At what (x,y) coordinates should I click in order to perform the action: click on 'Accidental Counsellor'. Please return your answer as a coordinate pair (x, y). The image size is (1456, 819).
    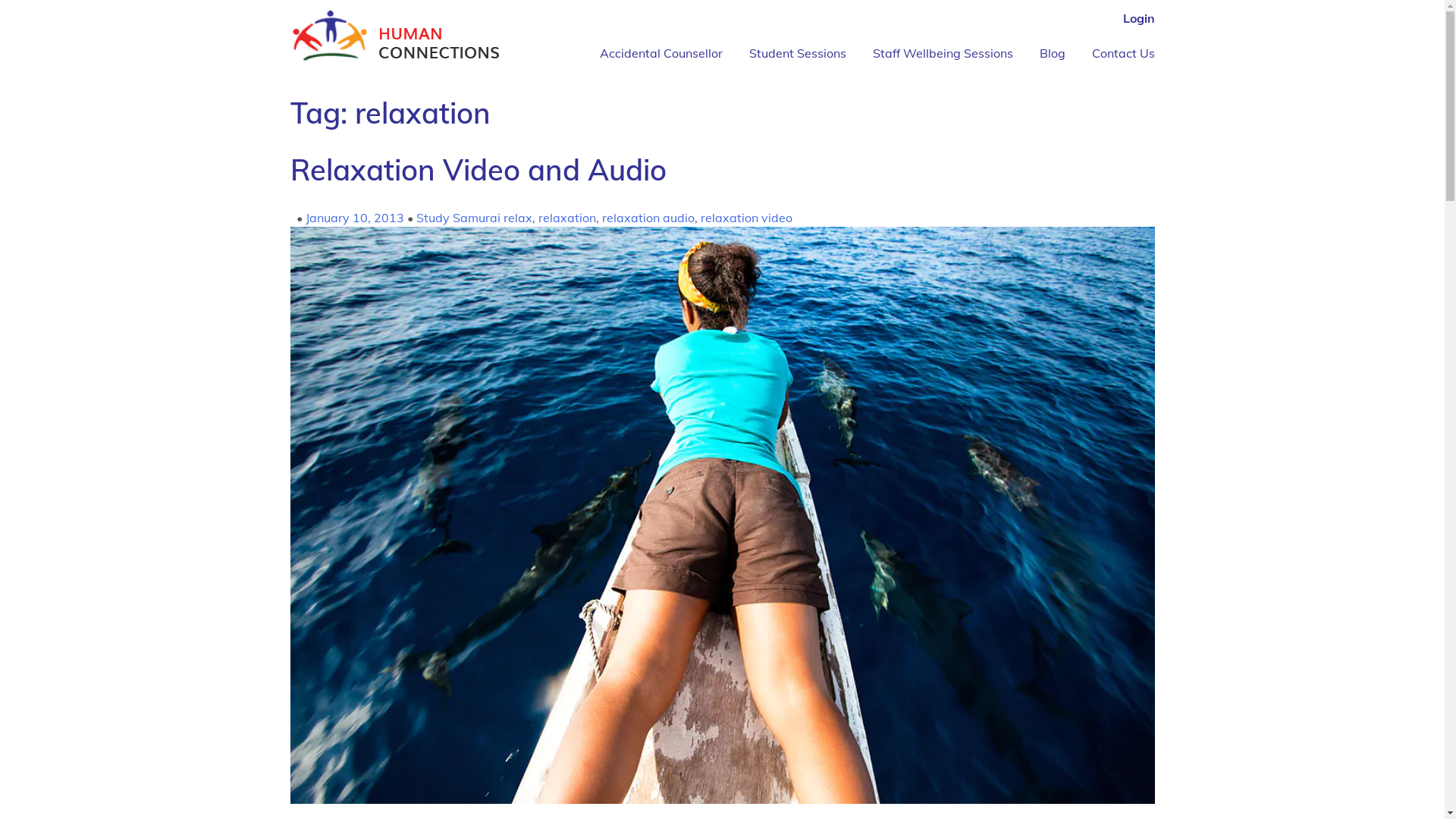
    Looking at the image, I should click on (660, 52).